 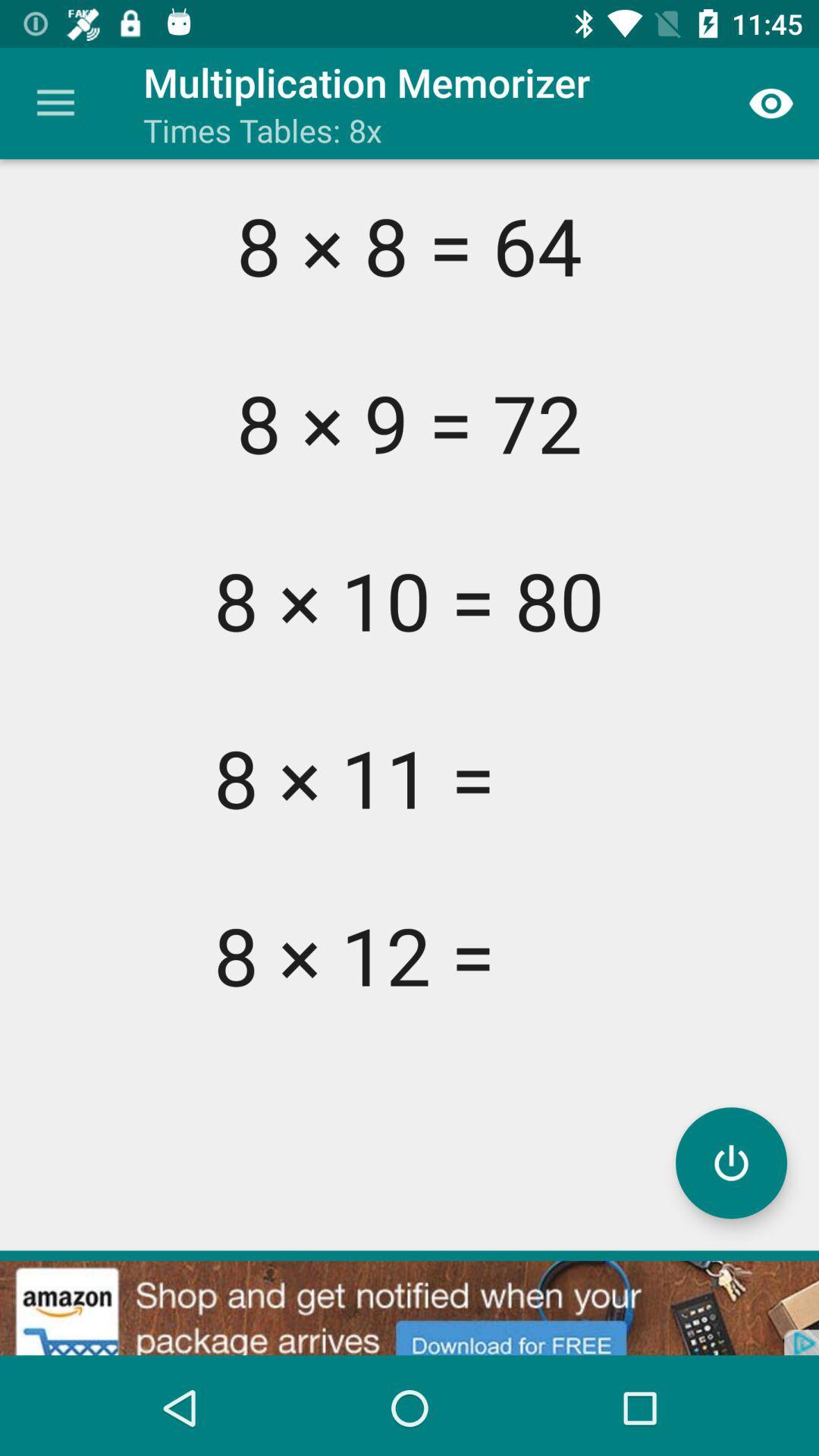 What do you see at coordinates (730, 1162) in the screenshot?
I see `the power icon` at bounding box center [730, 1162].